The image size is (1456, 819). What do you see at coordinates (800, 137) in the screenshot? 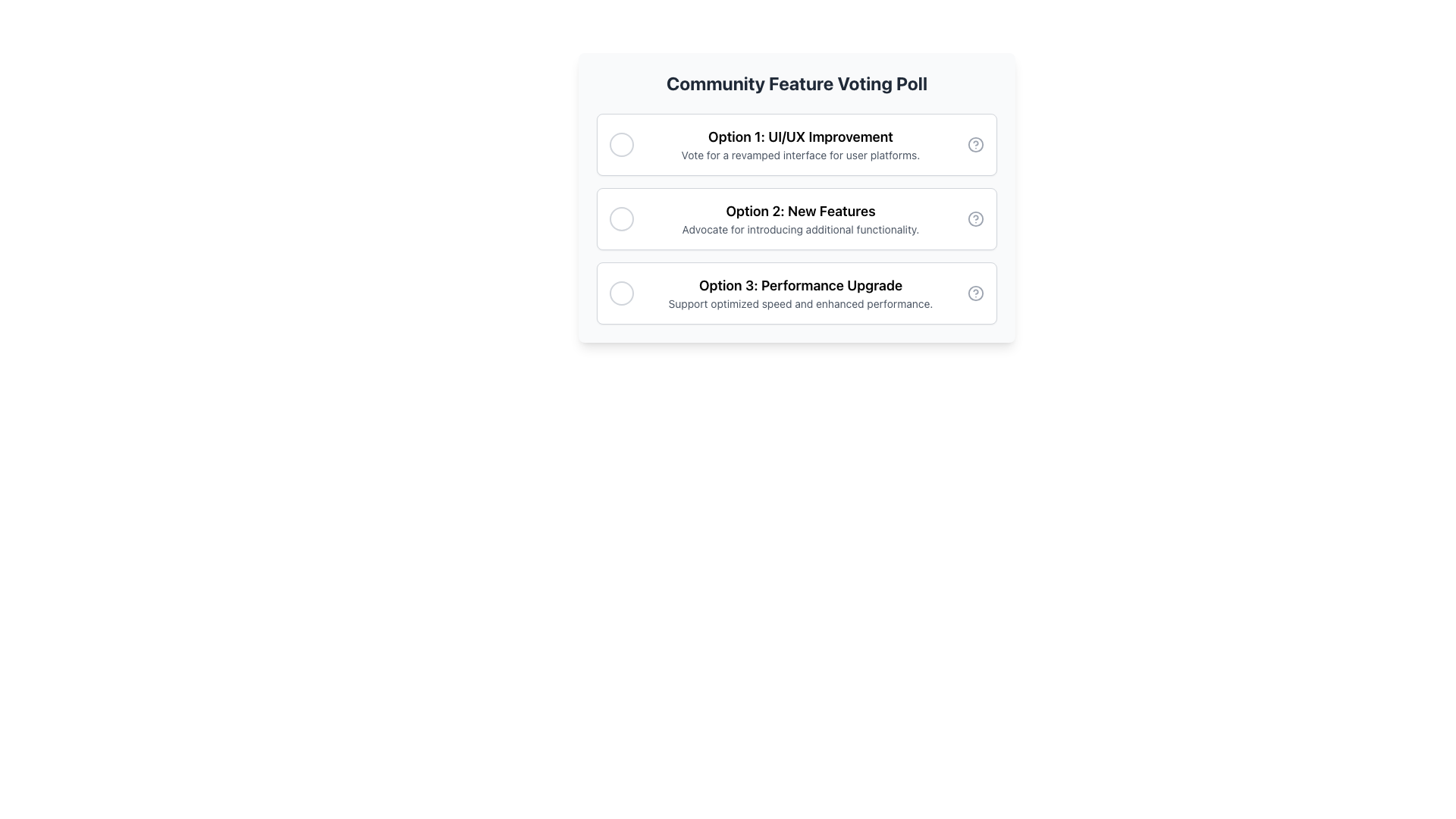
I see `text of the title for the first option in the 'Community Feature Voting Poll', which is positioned above the description text and below the main poll heading` at bounding box center [800, 137].